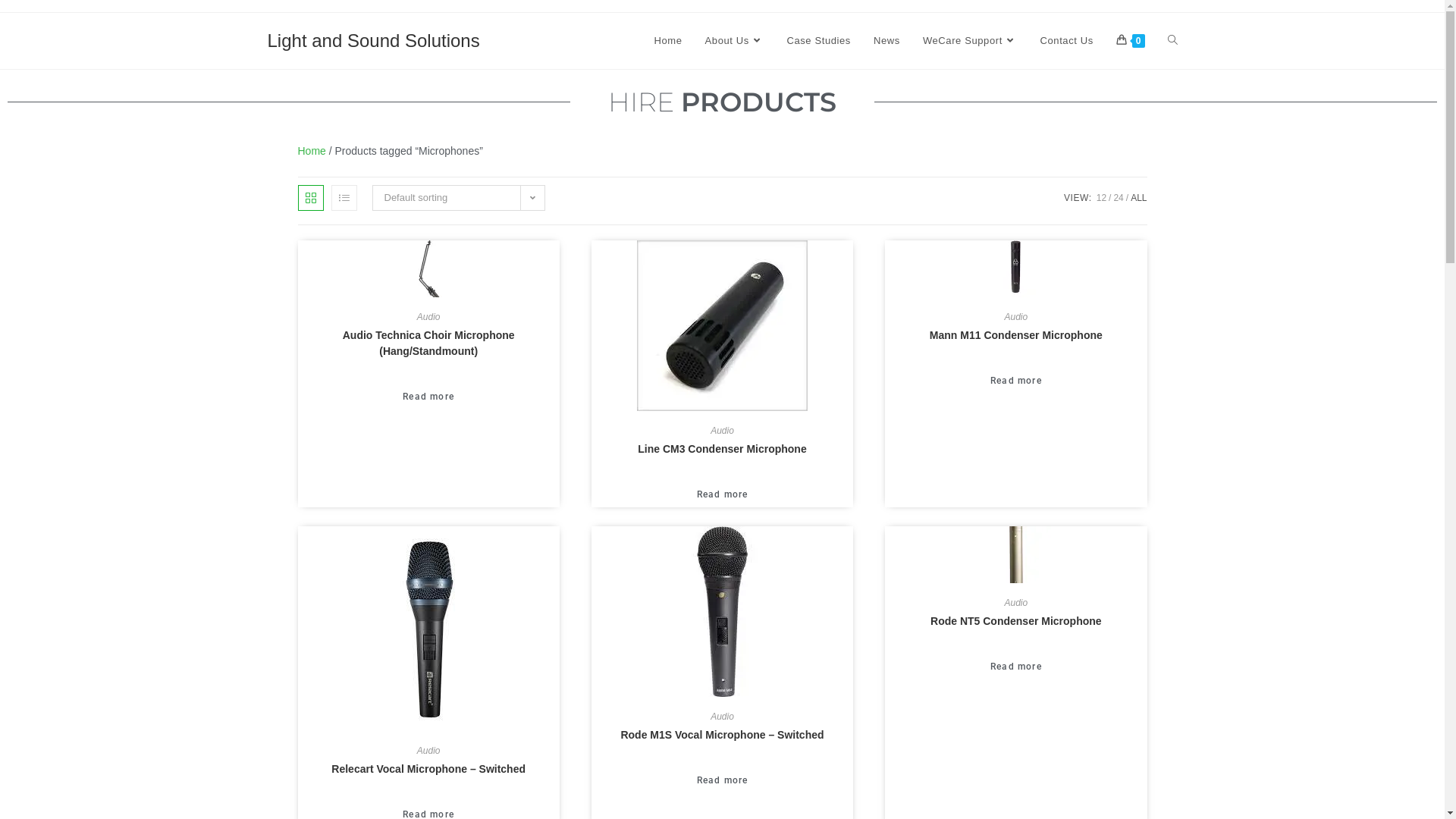 This screenshot has height=819, width=1456. Describe the element at coordinates (928, 334) in the screenshot. I see `'Mann M11 Condenser Microphone'` at that location.